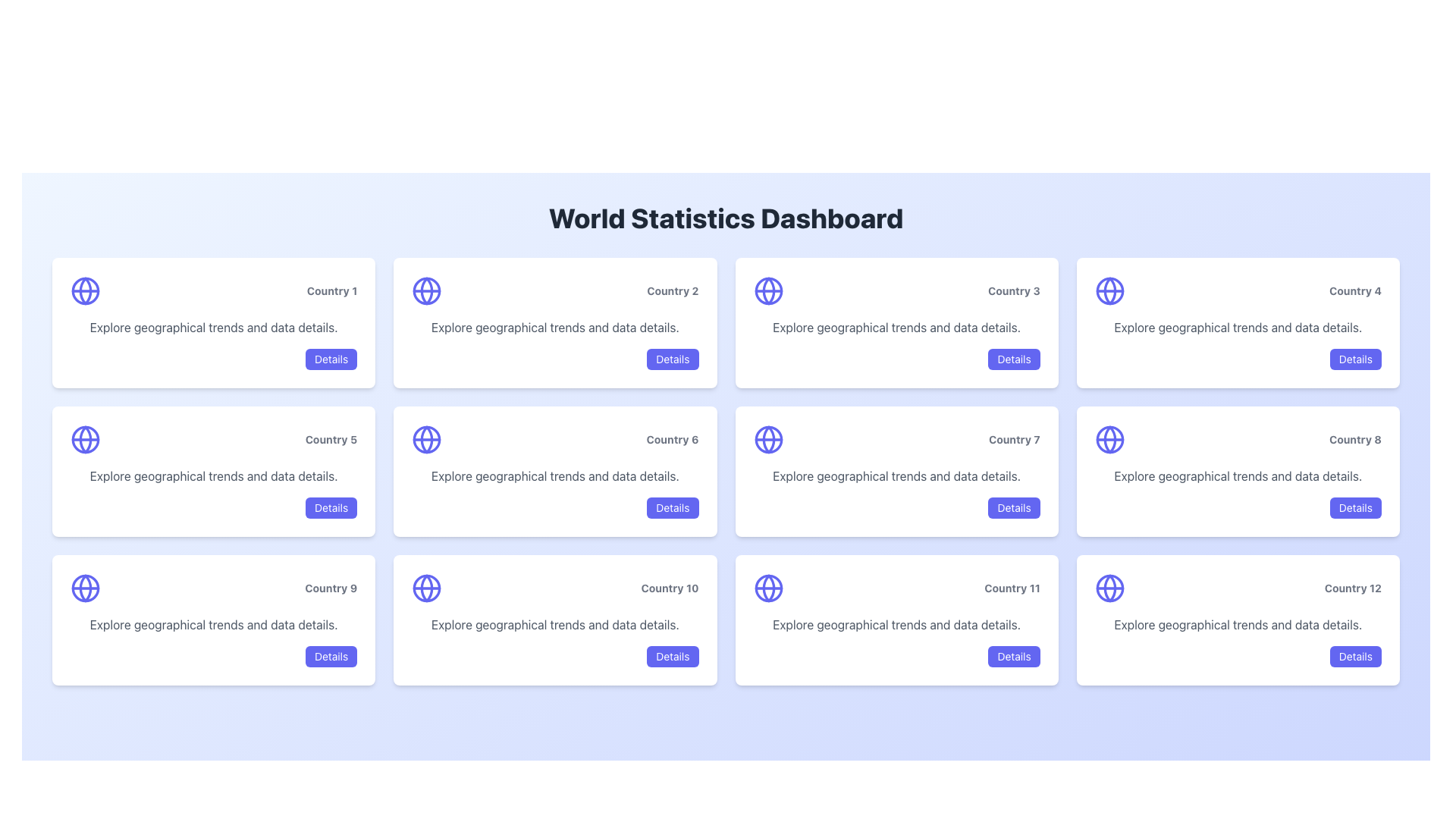 The width and height of the screenshot is (1456, 819). What do you see at coordinates (331, 508) in the screenshot?
I see `the button located at the bottom right corner of the 'Country 5' card` at bounding box center [331, 508].